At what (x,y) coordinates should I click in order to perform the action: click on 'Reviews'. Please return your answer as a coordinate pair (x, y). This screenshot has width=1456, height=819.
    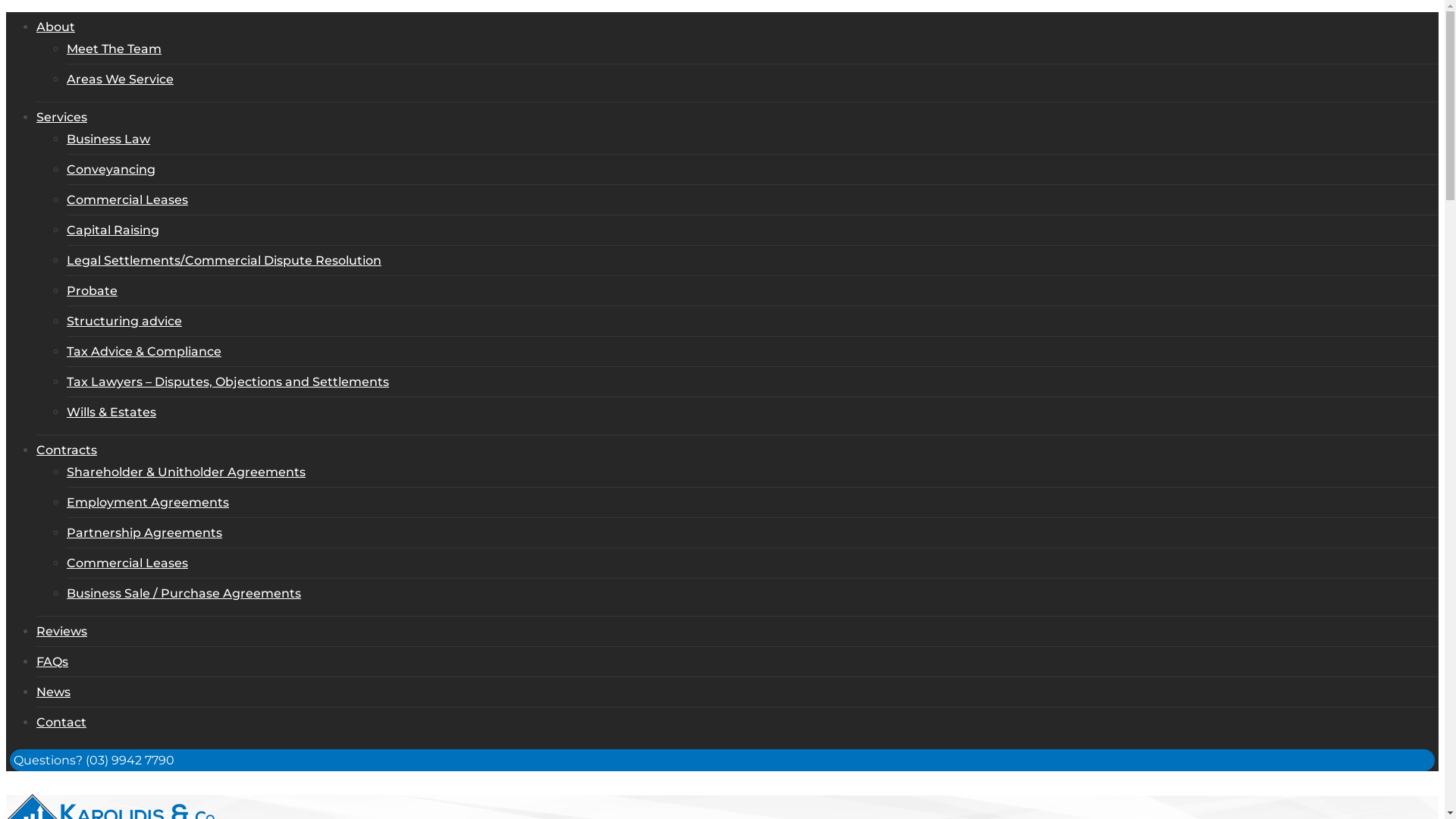
    Looking at the image, I should click on (36, 631).